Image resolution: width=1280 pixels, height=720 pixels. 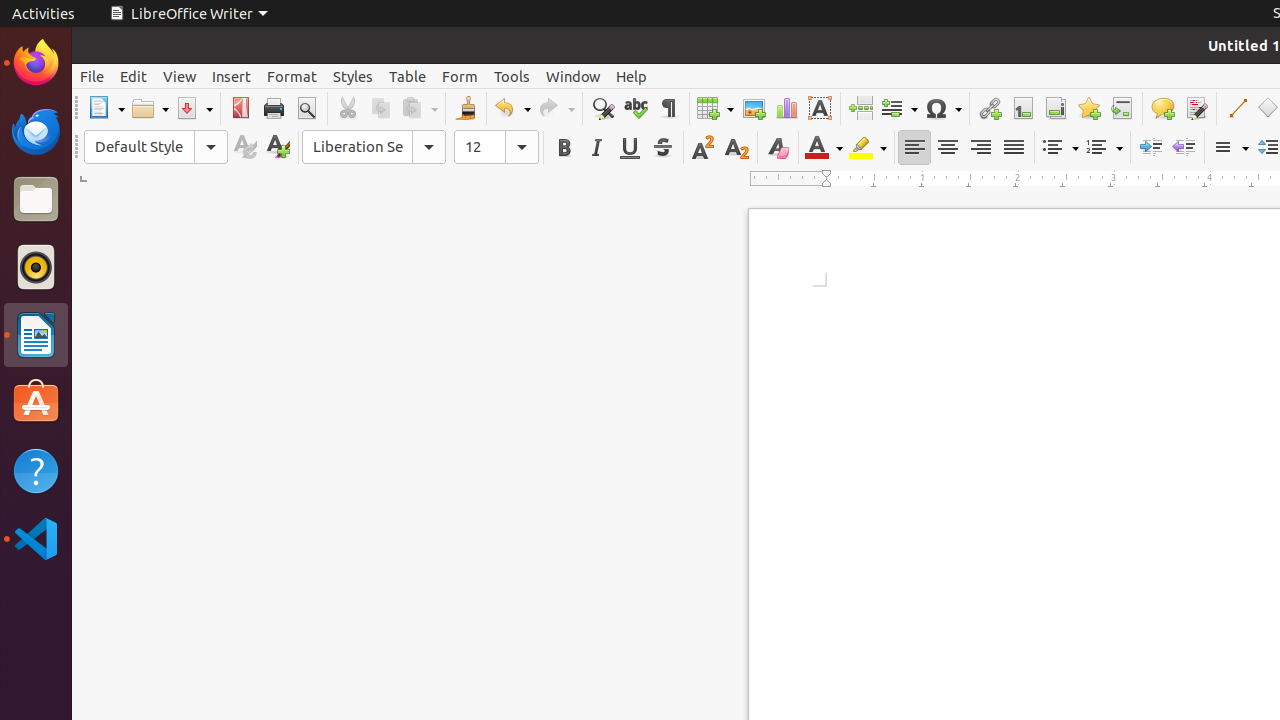 I want to click on 'Italic', so click(x=595, y=146).